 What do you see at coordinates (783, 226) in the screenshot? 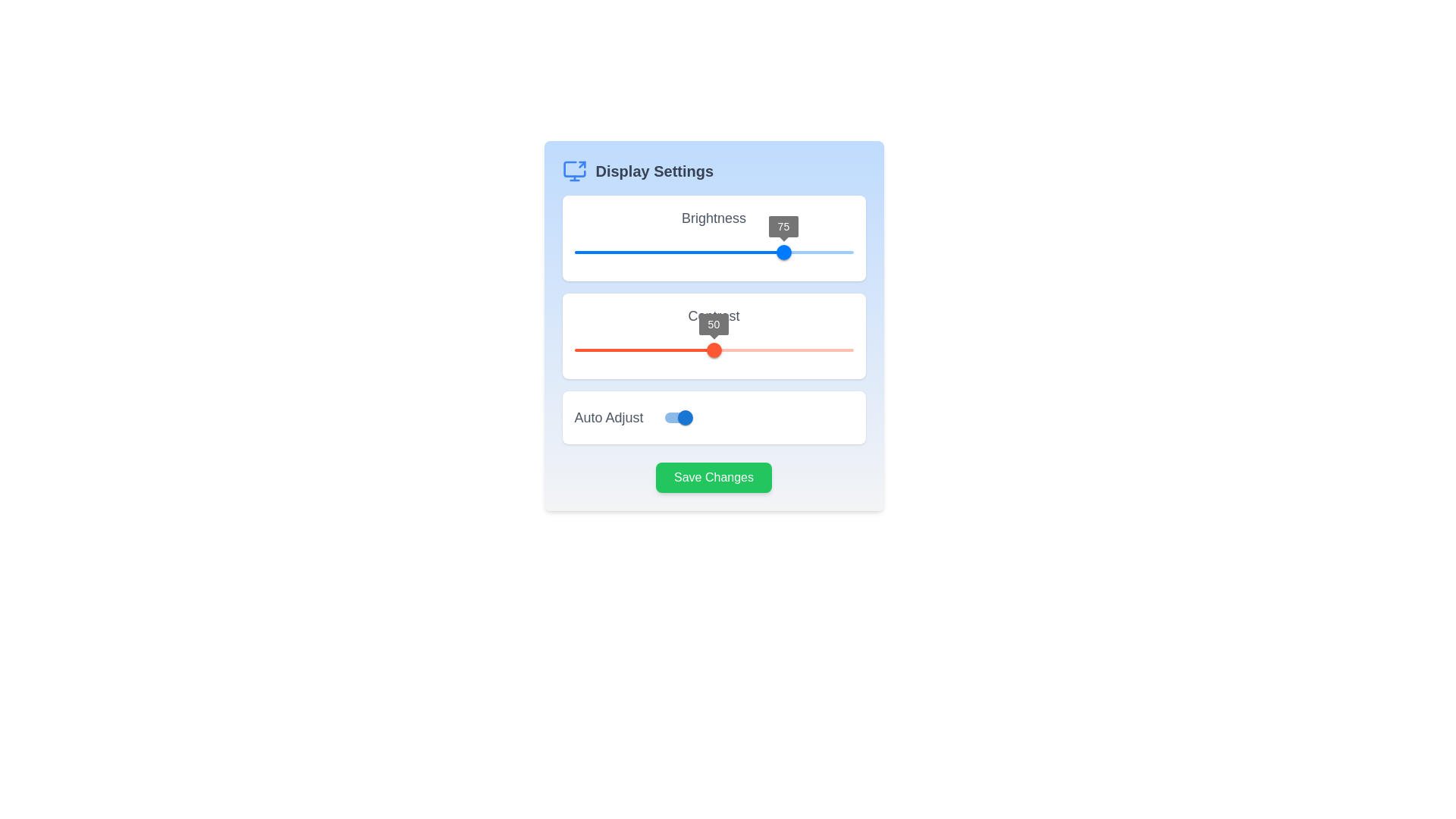
I see `the Tooltip or Value Label that displays the current value of the 'Brightness' slider, positioned above the slider thumb at approximately 75% of its range` at bounding box center [783, 226].